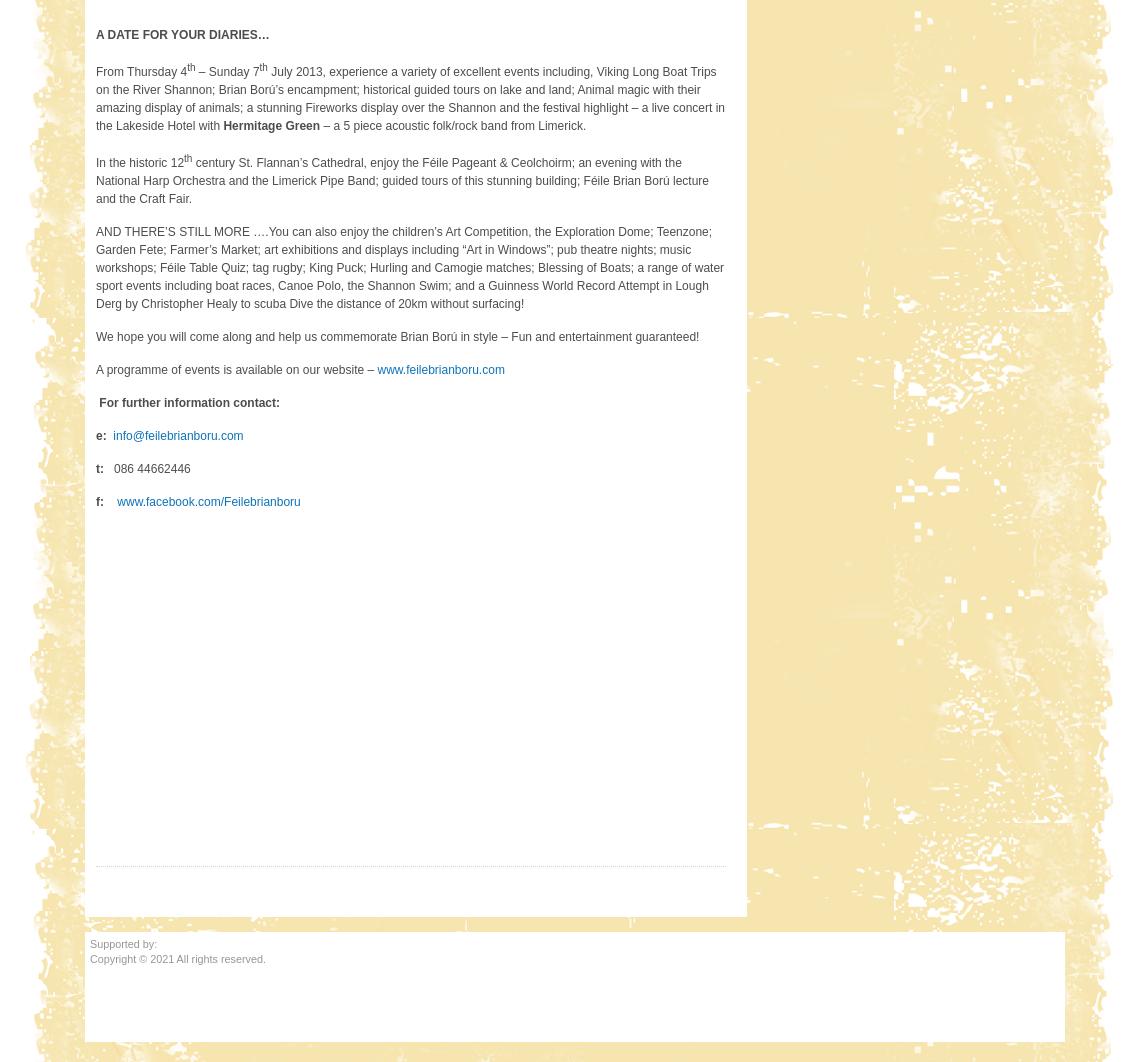  What do you see at coordinates (177, 433) in the screenshot?
I see `'info@feilebrianboru.com'` at bounding box center [177, 433].